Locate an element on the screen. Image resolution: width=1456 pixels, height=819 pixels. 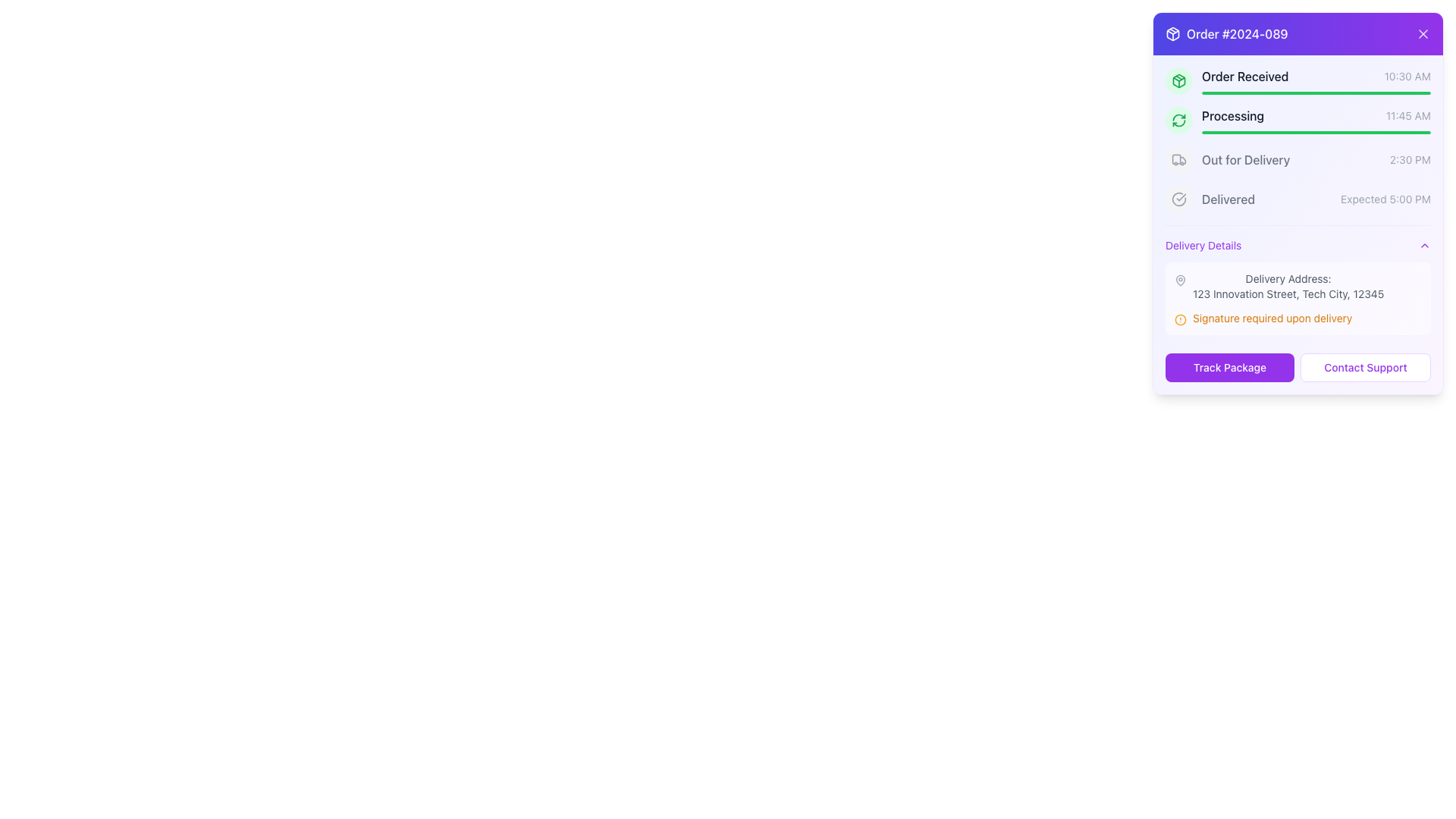
the timeline step displaying 'Processing' status, which is the second item in the vertical list of timeline steps is located at coordinates (1298, 119).